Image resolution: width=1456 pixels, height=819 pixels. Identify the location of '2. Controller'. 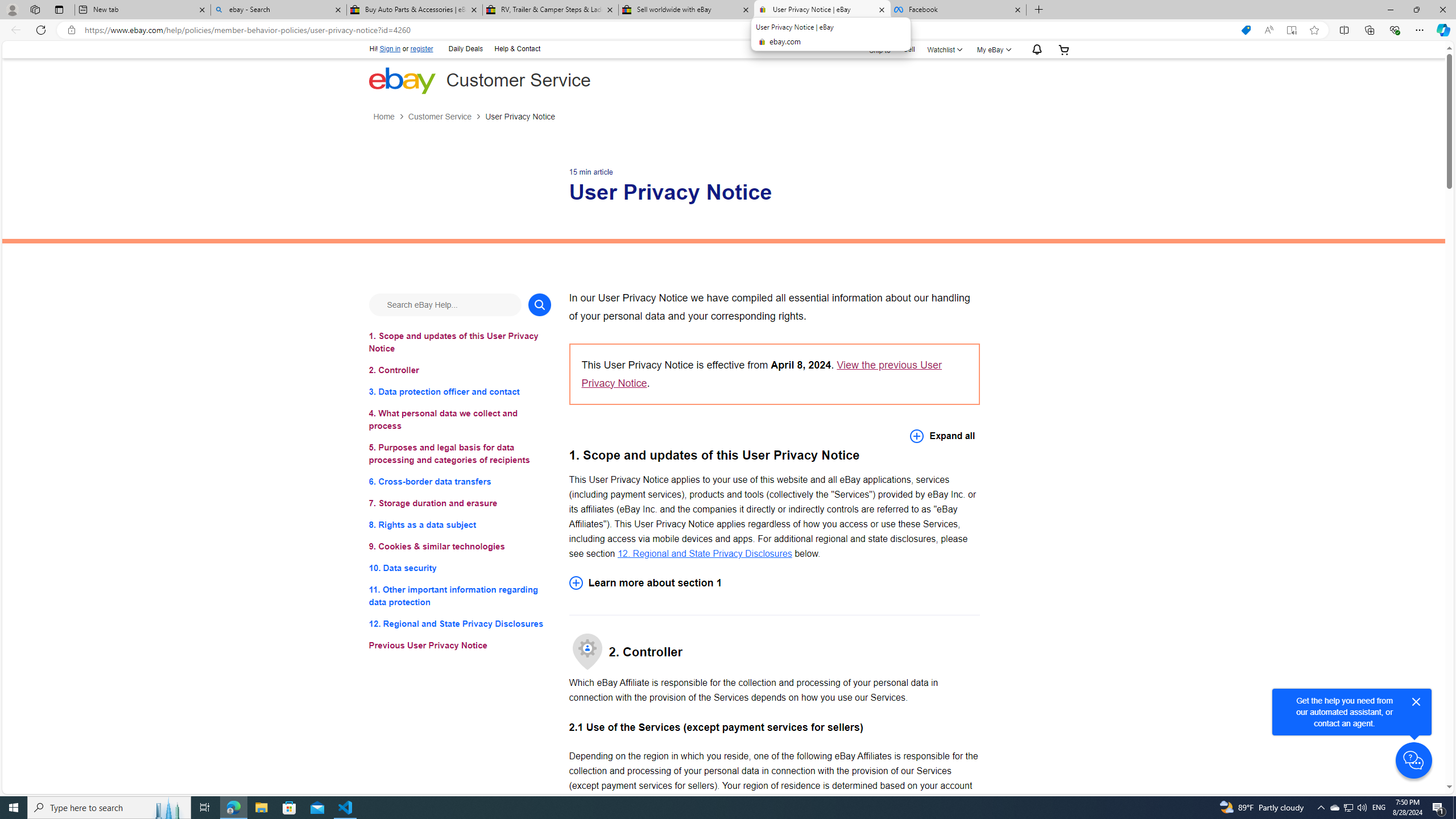
(459, 370).